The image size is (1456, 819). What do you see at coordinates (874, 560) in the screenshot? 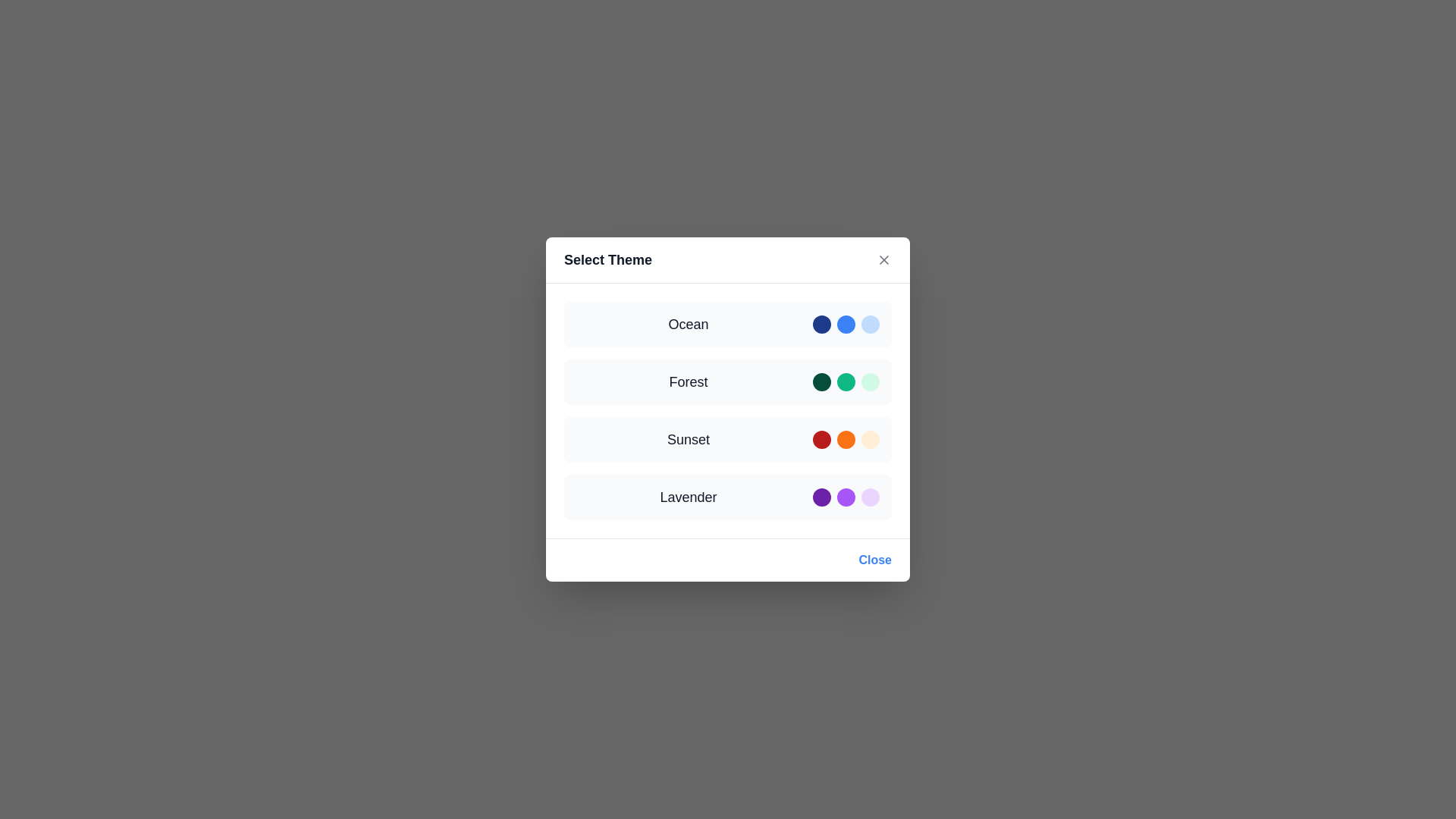
I see `the "Close" button to close the dialog` at bounding box center [874, 560].